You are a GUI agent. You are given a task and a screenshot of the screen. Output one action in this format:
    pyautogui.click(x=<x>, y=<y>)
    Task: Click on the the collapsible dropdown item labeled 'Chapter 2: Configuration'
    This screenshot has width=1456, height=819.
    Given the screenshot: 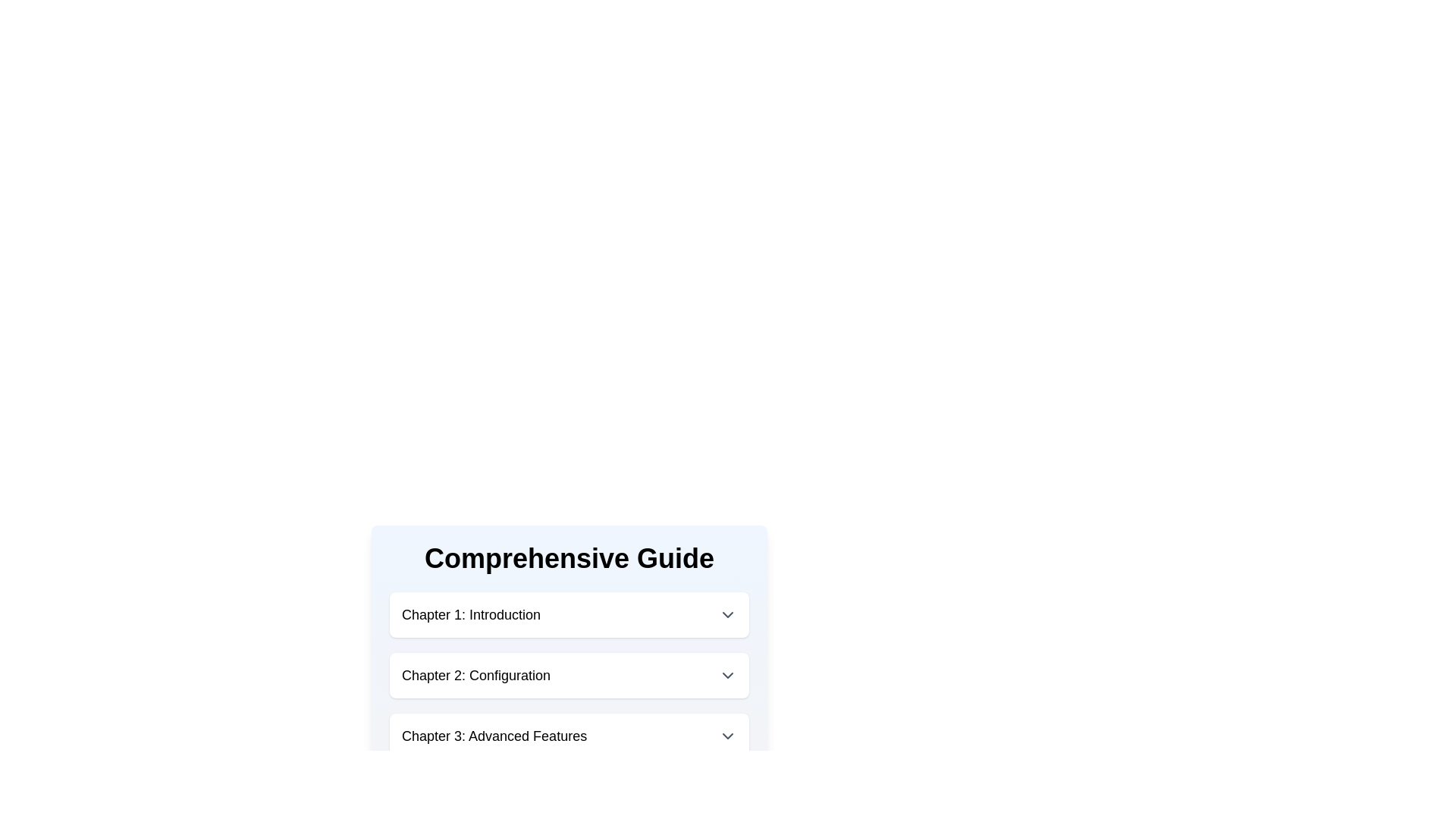 What is the action you would take?
    pyautogui.click(x=568, y=651)
    